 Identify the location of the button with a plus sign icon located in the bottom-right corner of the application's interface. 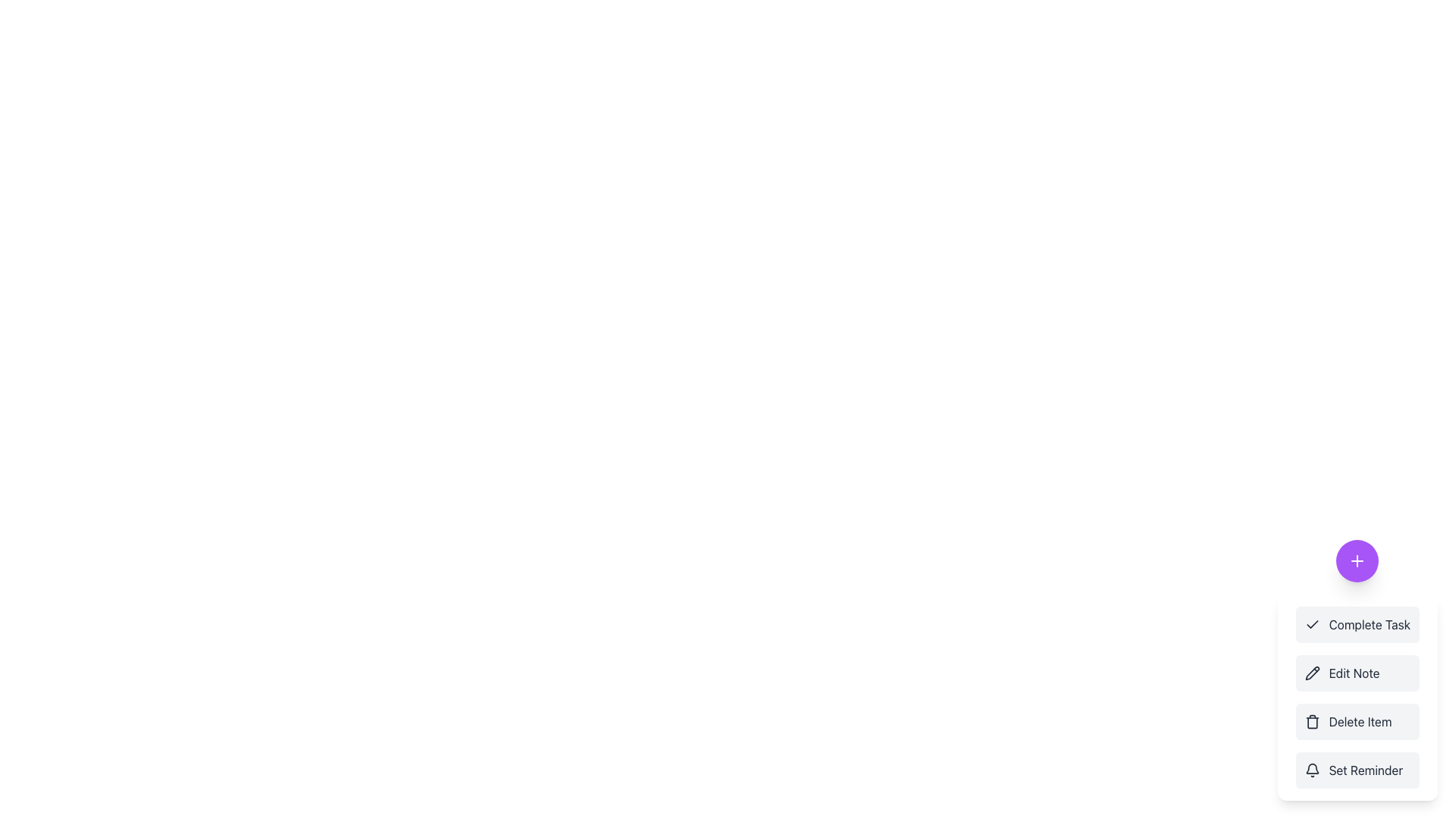
(1357, 561).